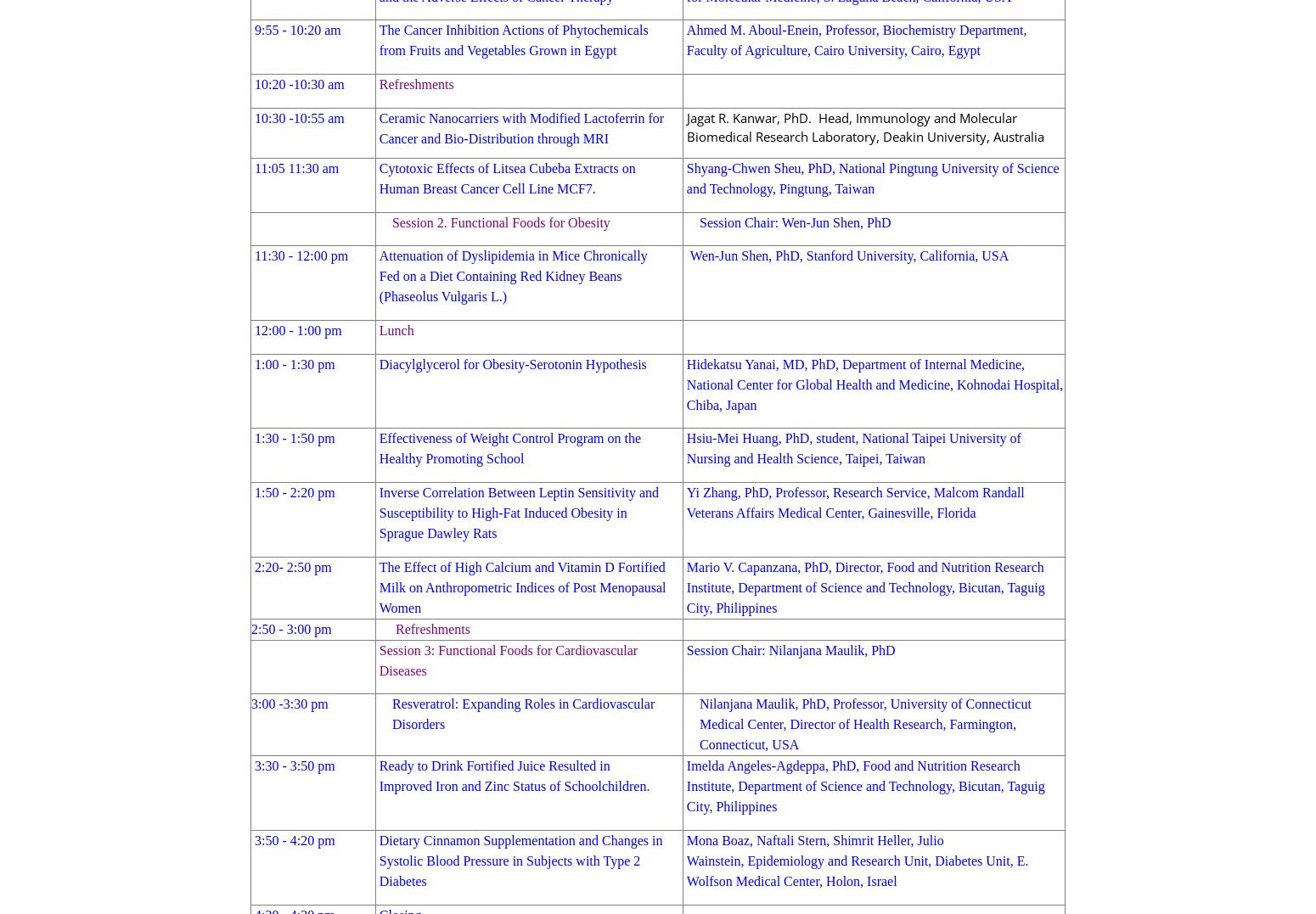  What do you see at coordinates (294, 437) in the screenshot?
I see `'1:30 - 1:50 pm'` at bounding box center [294, 437].